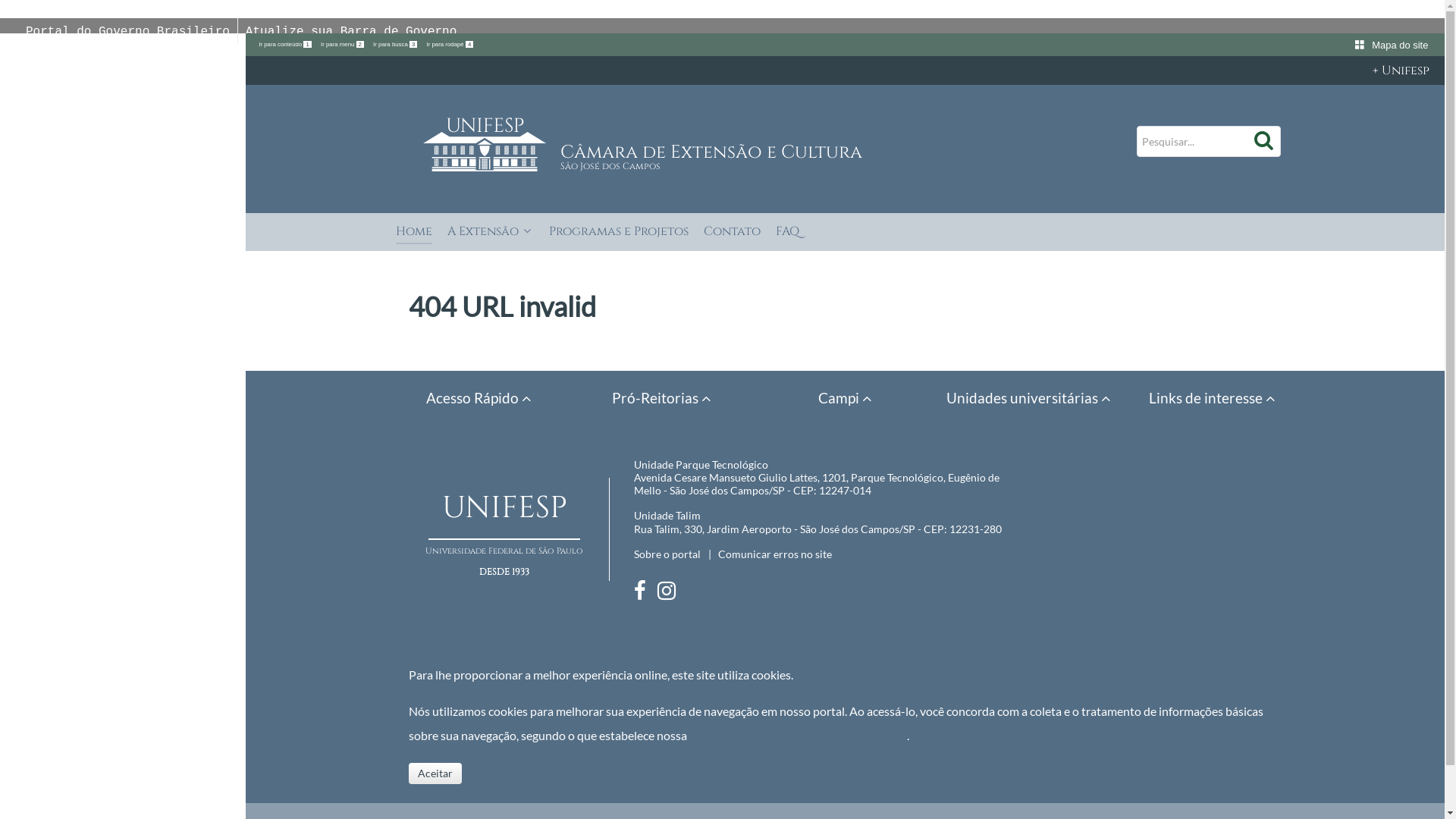 This screenshot has width=1456, height=819. Describe the element at coordinates (667, 554) in the screenshot. I see `'Sobre o portal'` at that location.